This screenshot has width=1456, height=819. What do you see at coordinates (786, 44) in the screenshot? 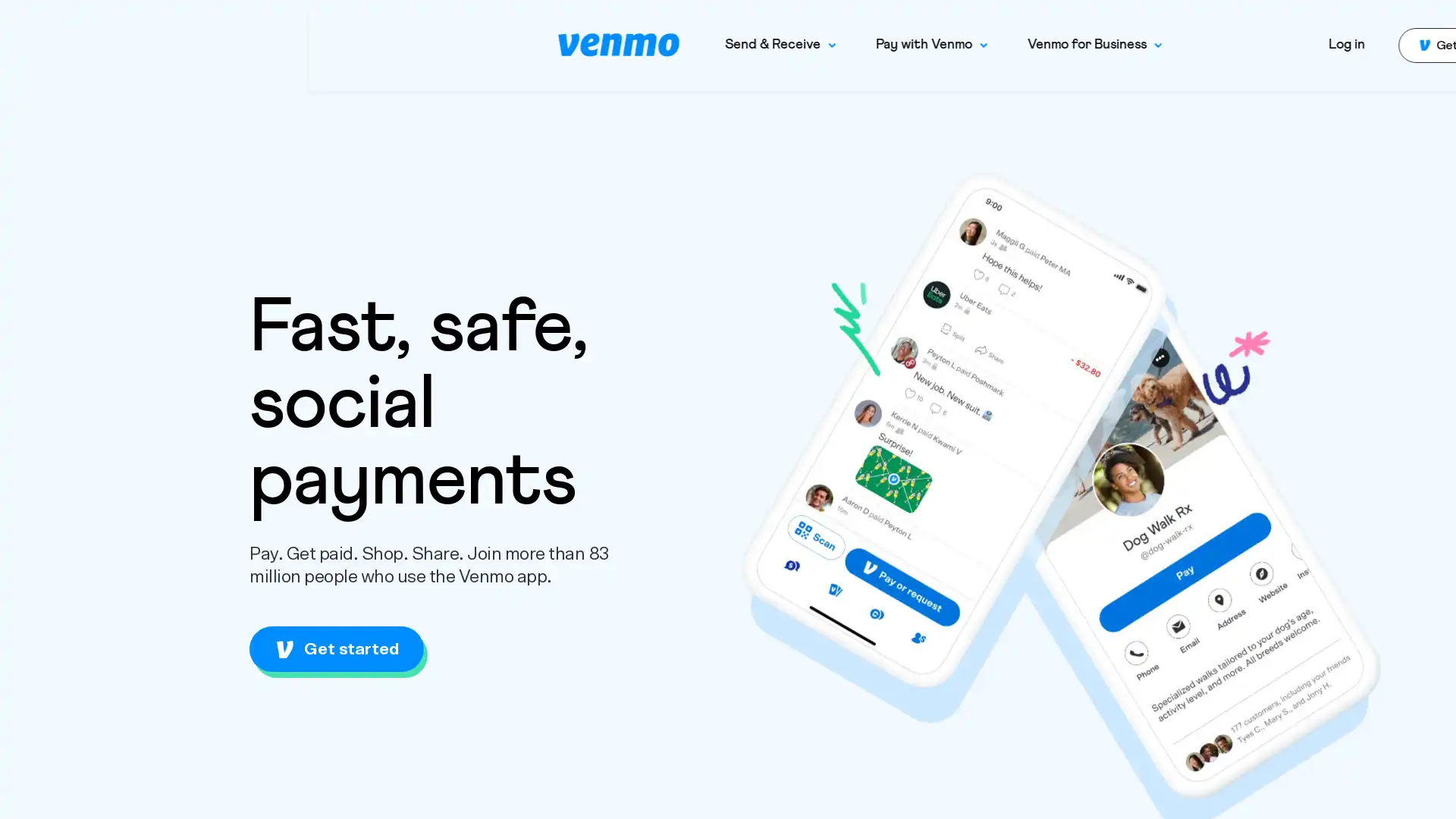
I see `Venmo for Business` at bounding box center [786, 44].